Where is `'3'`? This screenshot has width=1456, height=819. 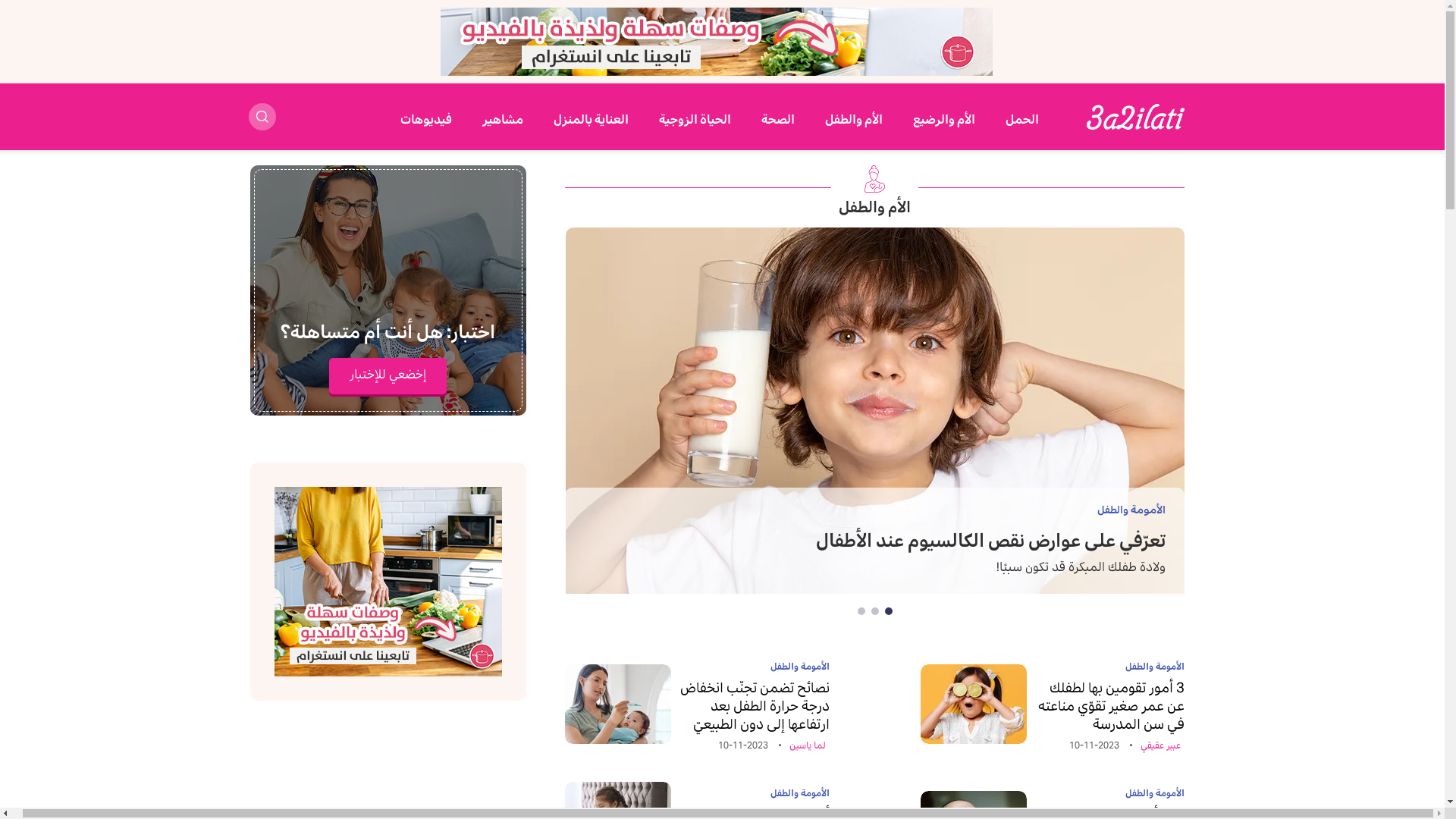
'3' is located at coordinates (861, 610).